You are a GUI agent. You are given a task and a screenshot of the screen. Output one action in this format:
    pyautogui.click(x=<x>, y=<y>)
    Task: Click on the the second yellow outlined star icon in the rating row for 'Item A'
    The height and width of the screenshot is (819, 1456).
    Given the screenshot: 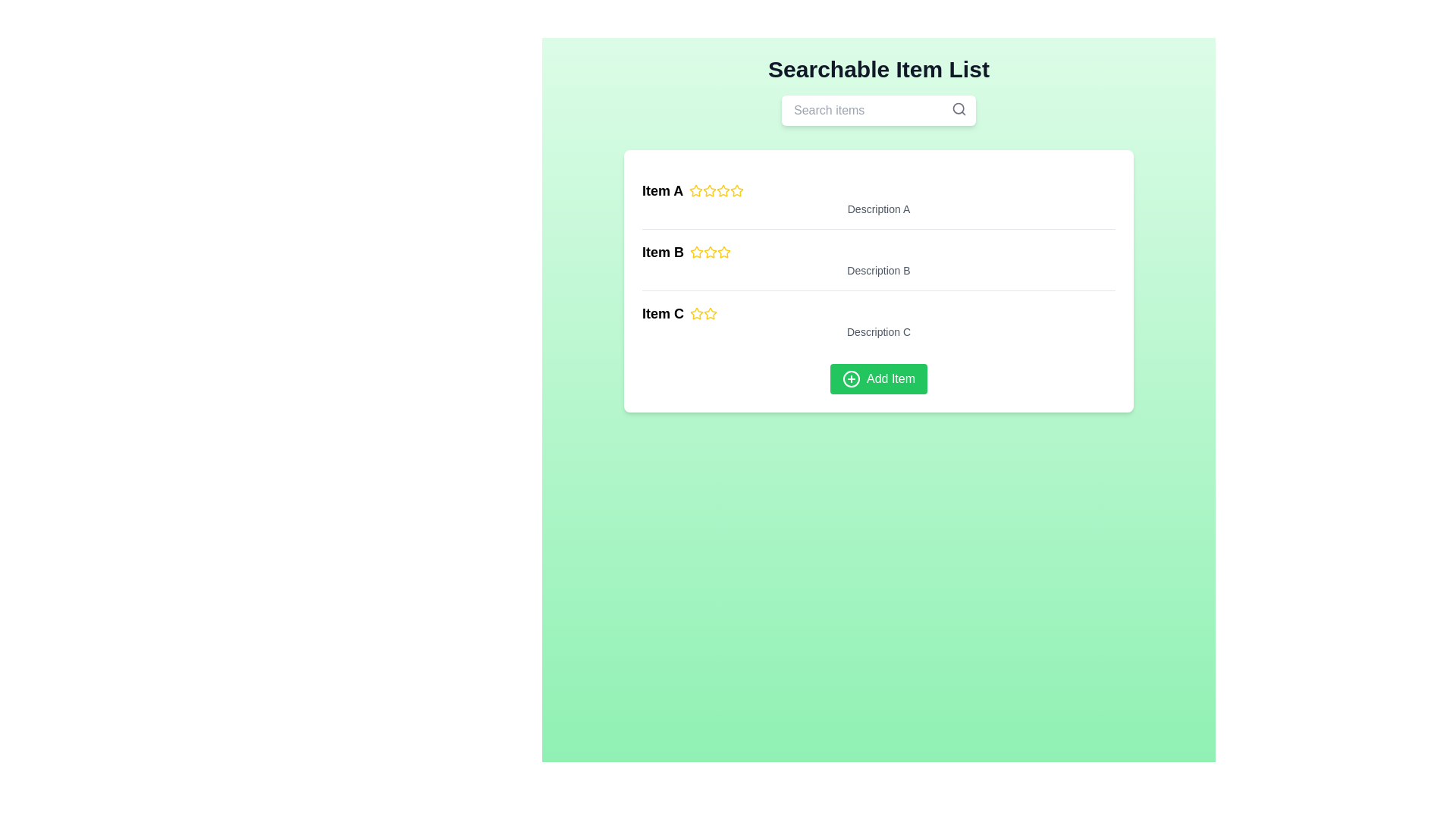 What is the action you would take?
    pyautogui.click(x=709, y=190)
    